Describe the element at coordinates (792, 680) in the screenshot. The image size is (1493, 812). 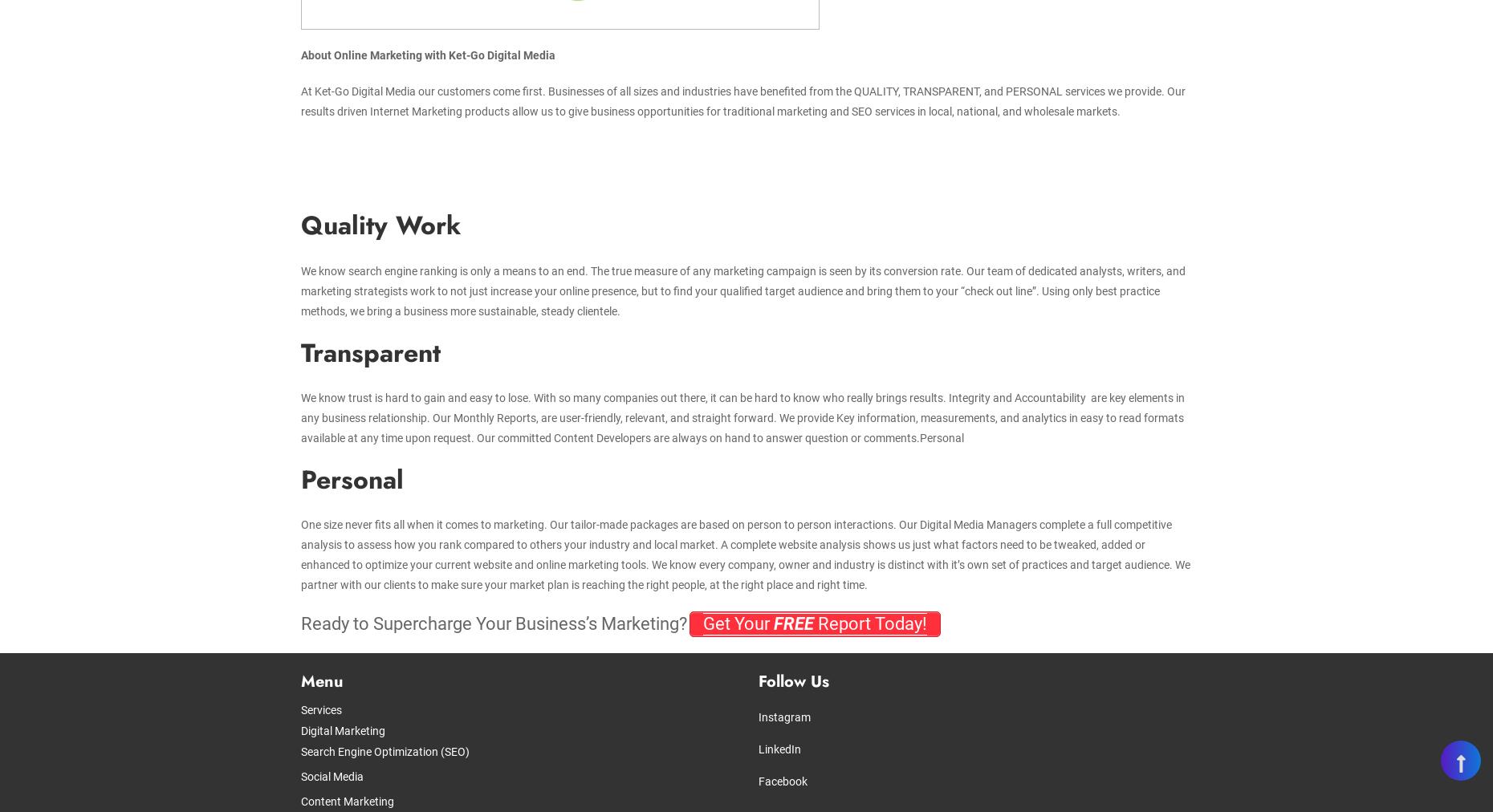
I see `'Follow Us'` at that location.